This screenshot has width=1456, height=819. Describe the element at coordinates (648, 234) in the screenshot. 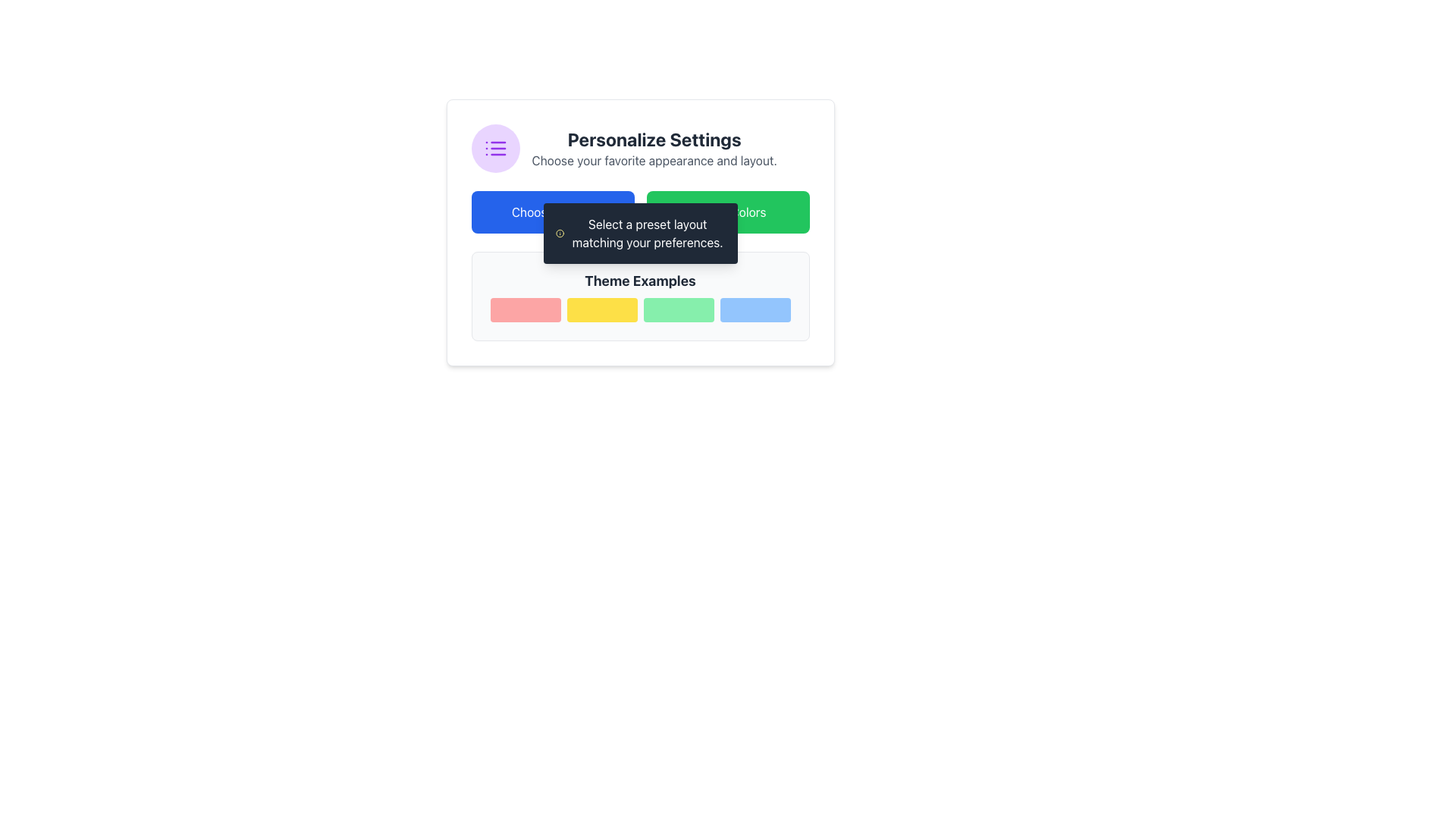

I see `the informative label located in the dialog modal titled 'Personalize Settings', positioned above the 'Choose Colors' and 'Theme Examples' buttons` at that location.